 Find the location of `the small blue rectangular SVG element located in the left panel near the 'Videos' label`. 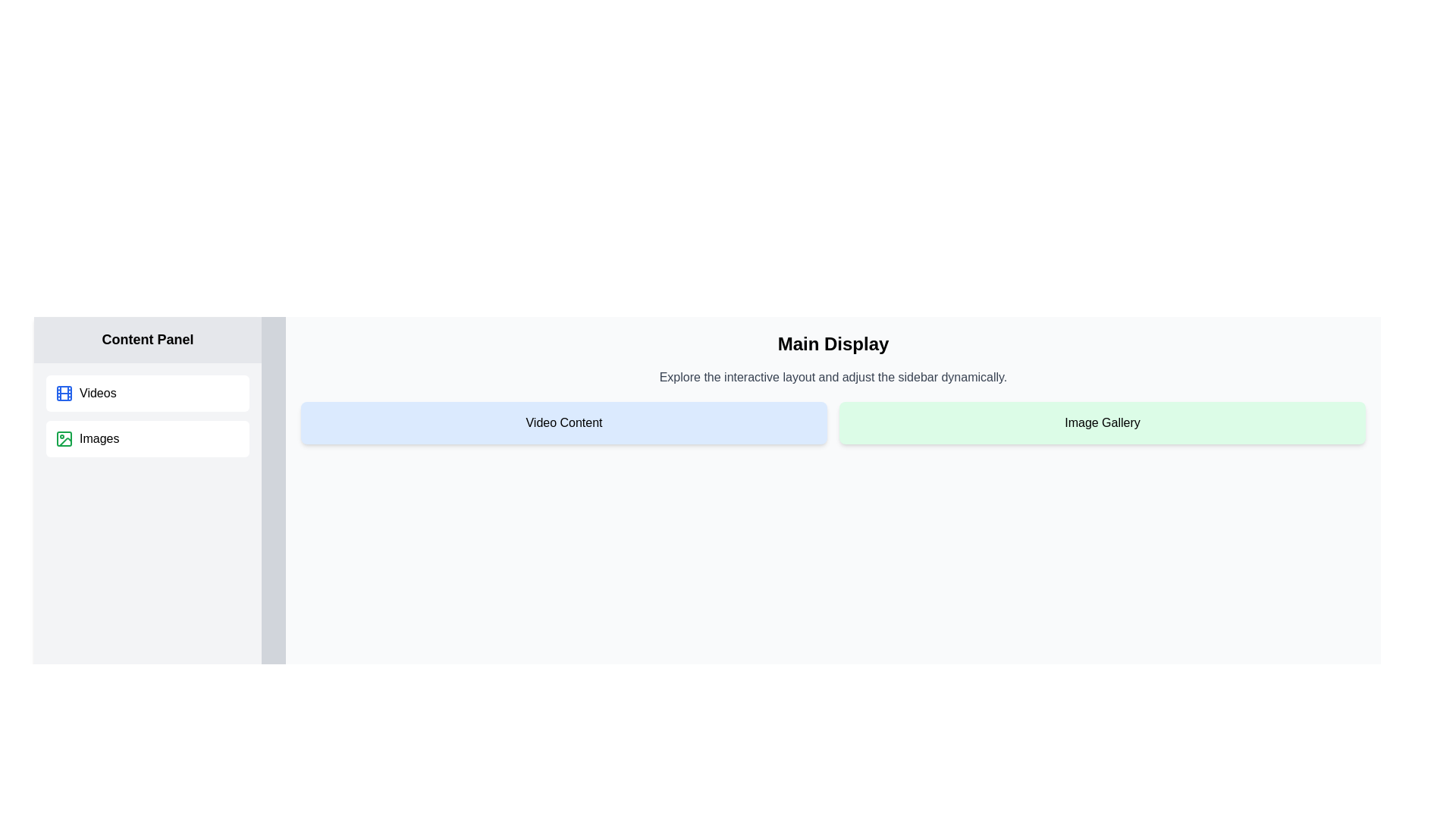

the small blue rectangular SVG element located in the left panel near the 'Videos' label is located at coordinates (64, 393).